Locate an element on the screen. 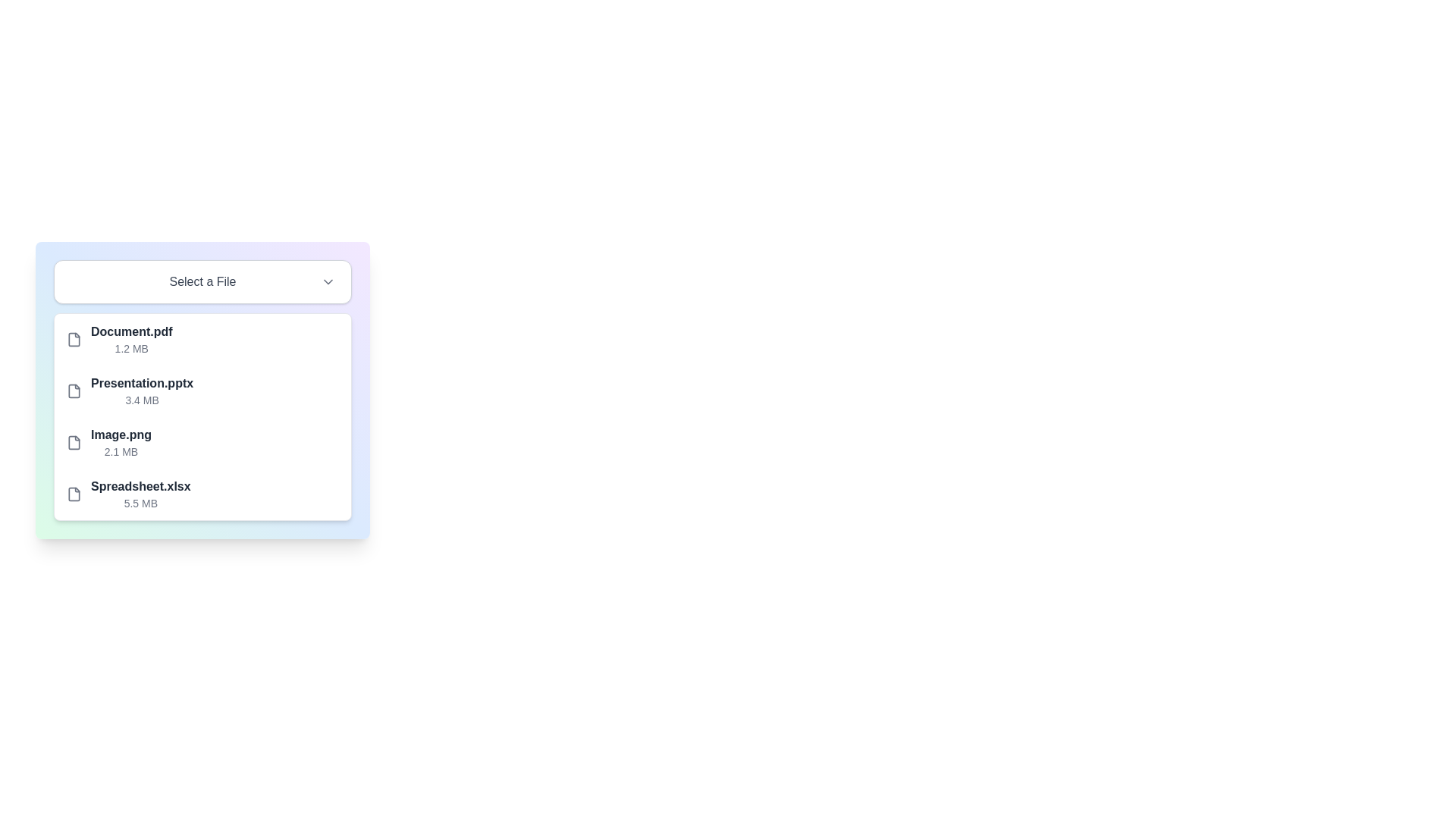 This screenshot has height=819, width=1456. the non-interactive text label that provides size information for the file named 'Presentation.pptx', positioned below the title text in the file listing is located at coordinates (142, 400).